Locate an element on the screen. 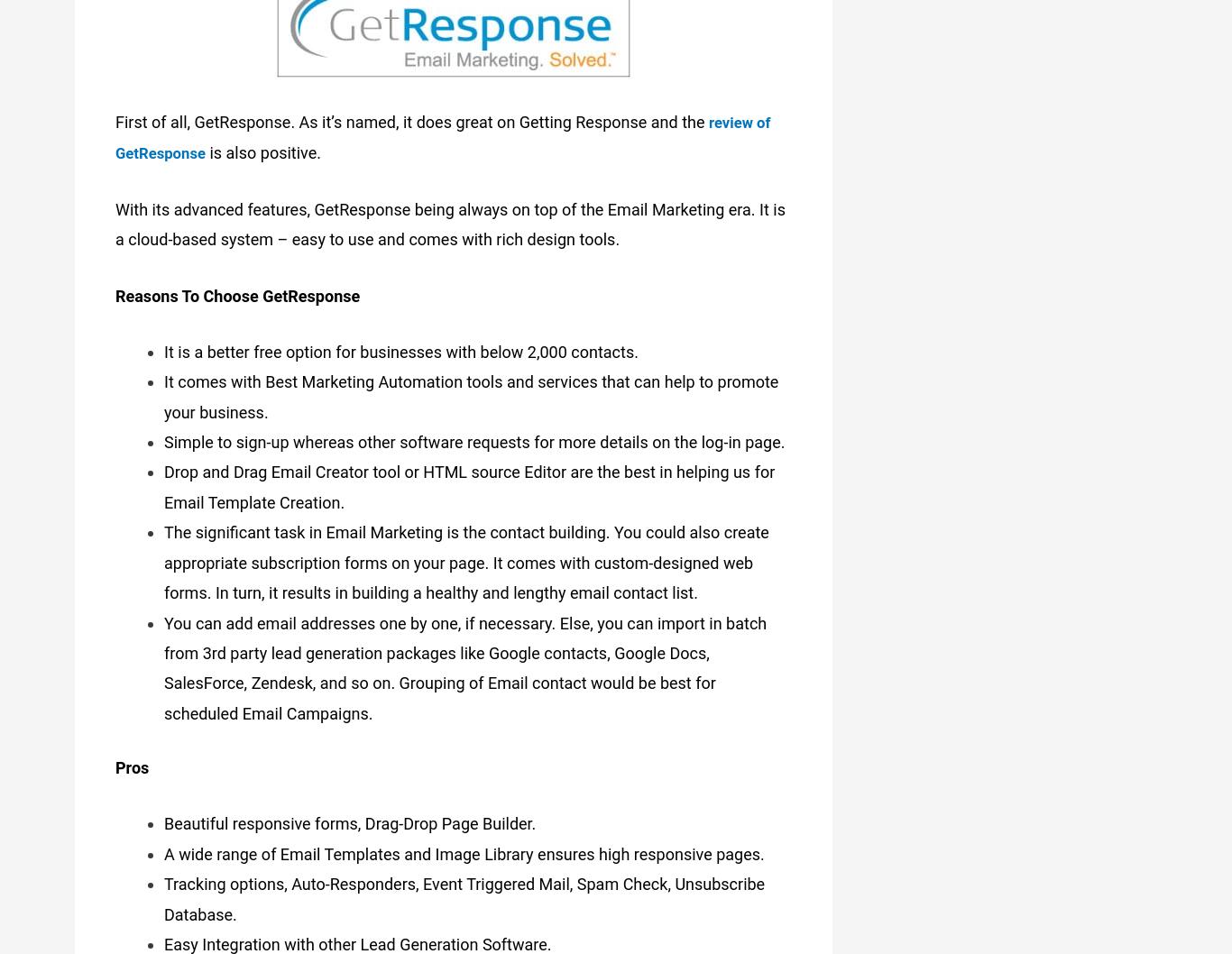 This screenshot has width=1232, height=954. 'It comes with Best Marketing Automation tools and services that can help to promote your business.' is located at coordinates (162, 393).